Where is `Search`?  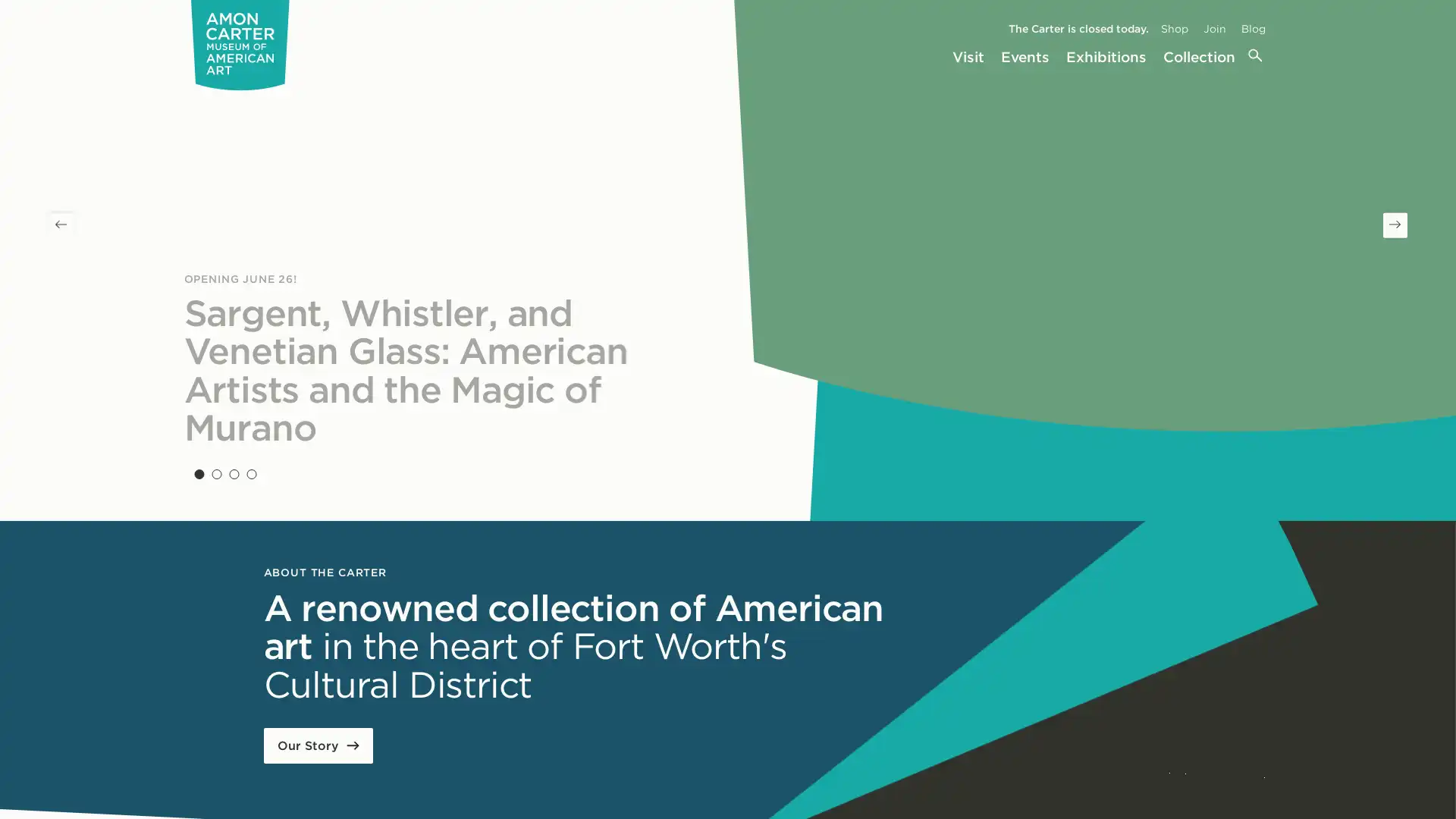
Search is located at coordinates (1255, 55).